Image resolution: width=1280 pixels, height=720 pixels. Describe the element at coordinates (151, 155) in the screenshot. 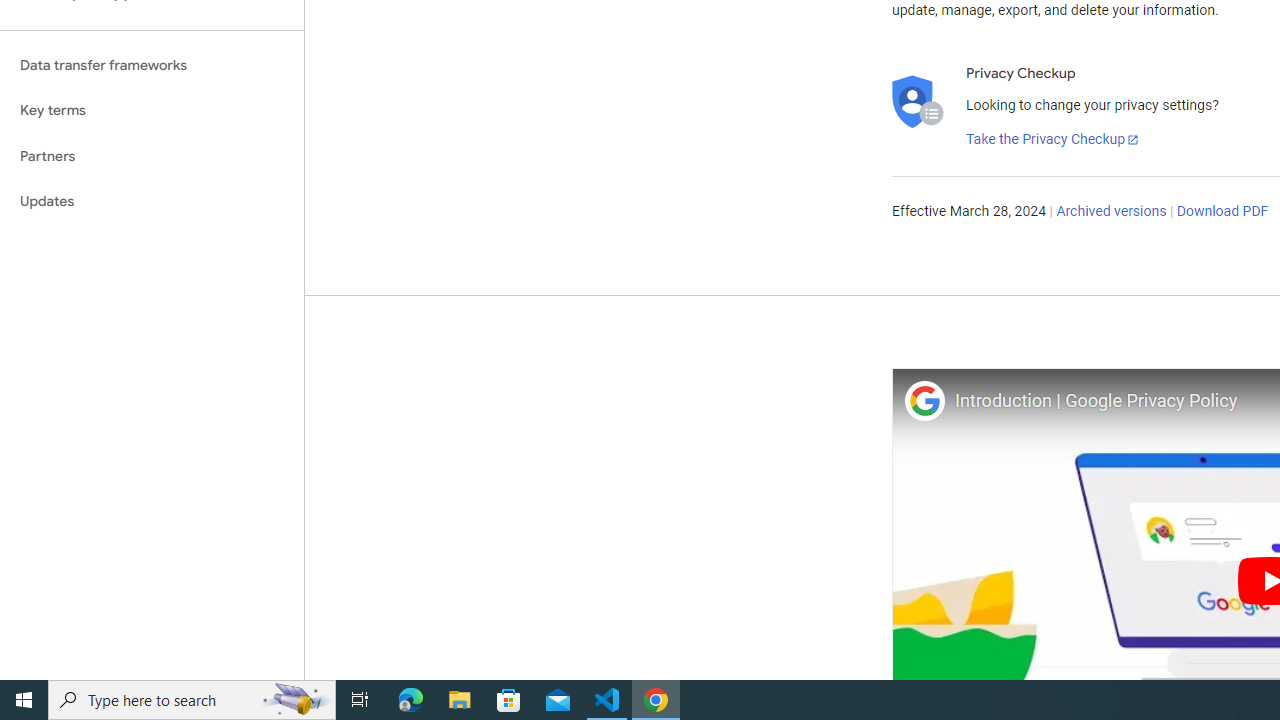

I see `'Partners'` at that location.